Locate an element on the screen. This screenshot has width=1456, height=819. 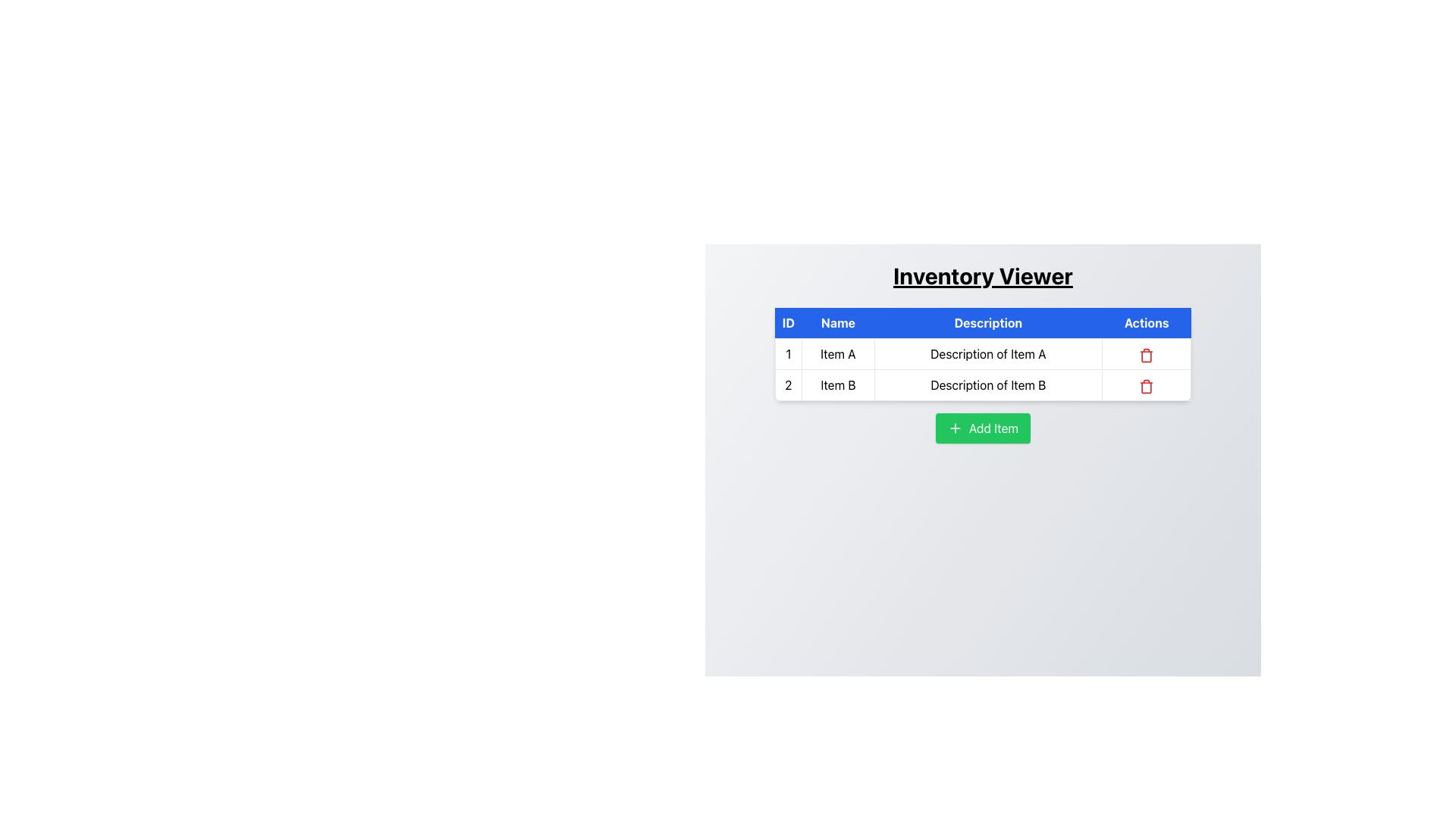
the first row of the inventory table containing ID '1', Name 'Item A', Description 'Description of Item A' is located at coordinates (983, 353).